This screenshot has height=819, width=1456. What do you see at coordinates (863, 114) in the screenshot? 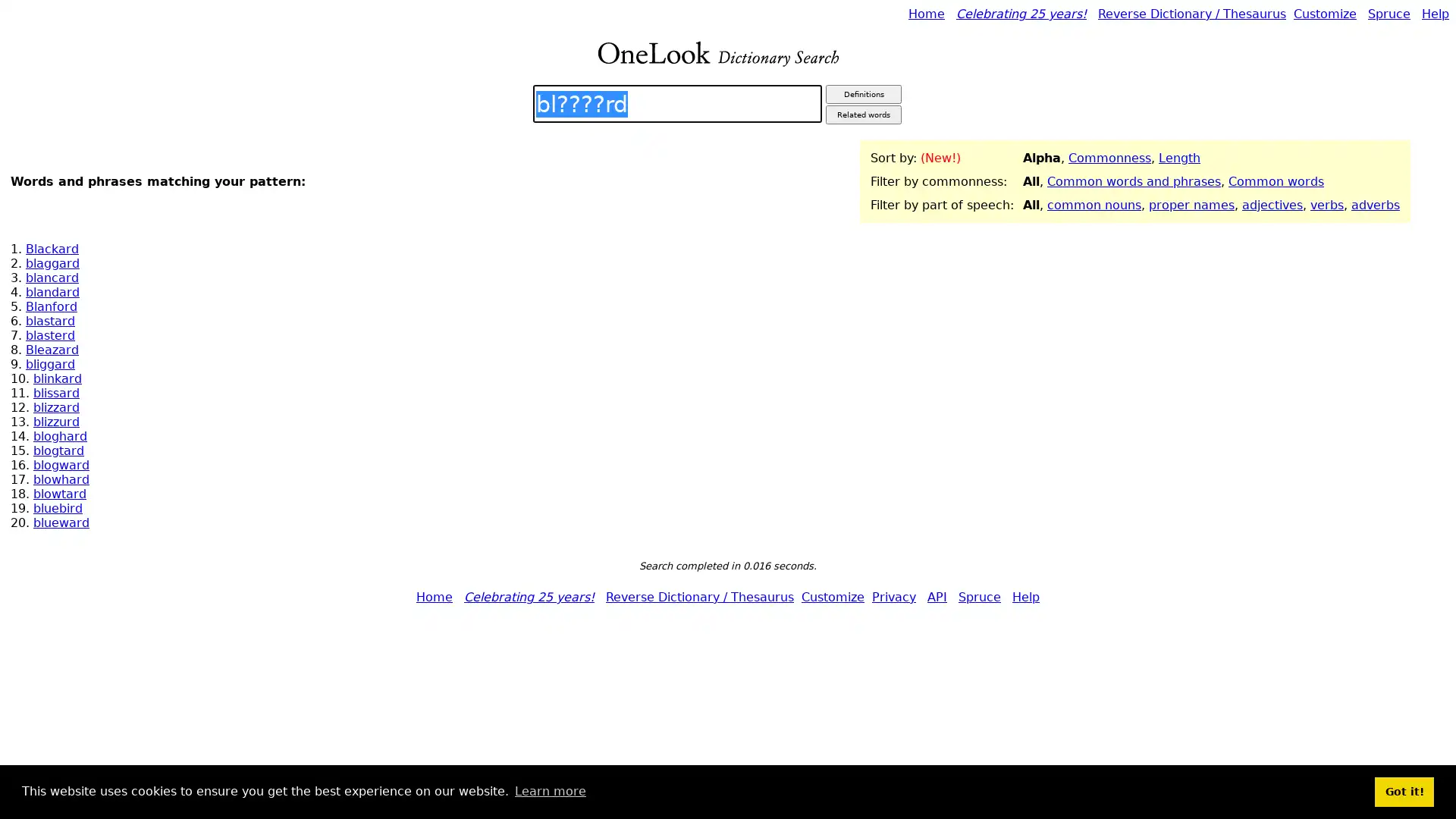
I see `Related words` at bounding box center [863, 114].